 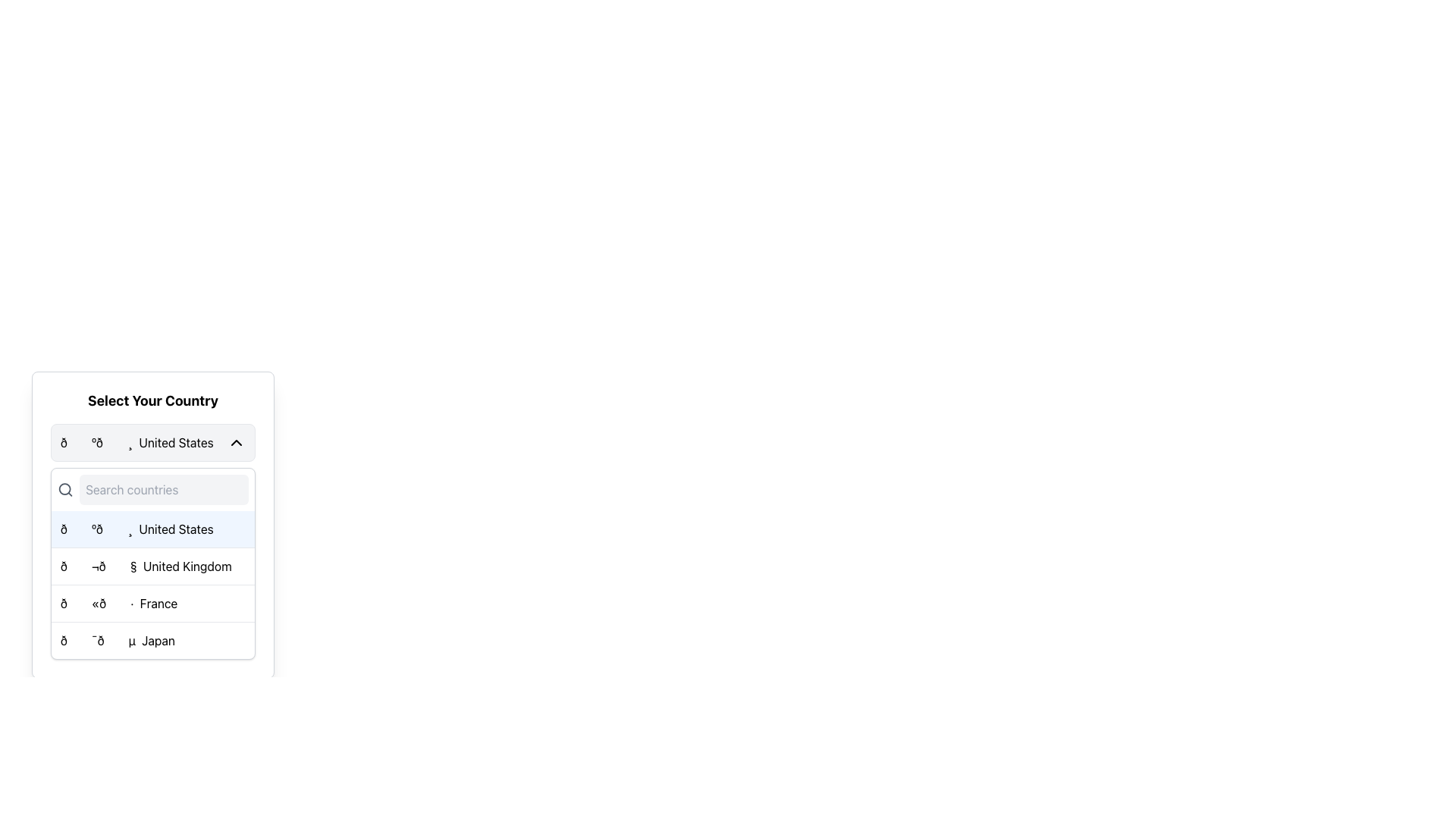 I want to click on the 'United States' label in the dropdown menu, which is a text label next to the corresponding flag icon, so click(x=176, y=442).